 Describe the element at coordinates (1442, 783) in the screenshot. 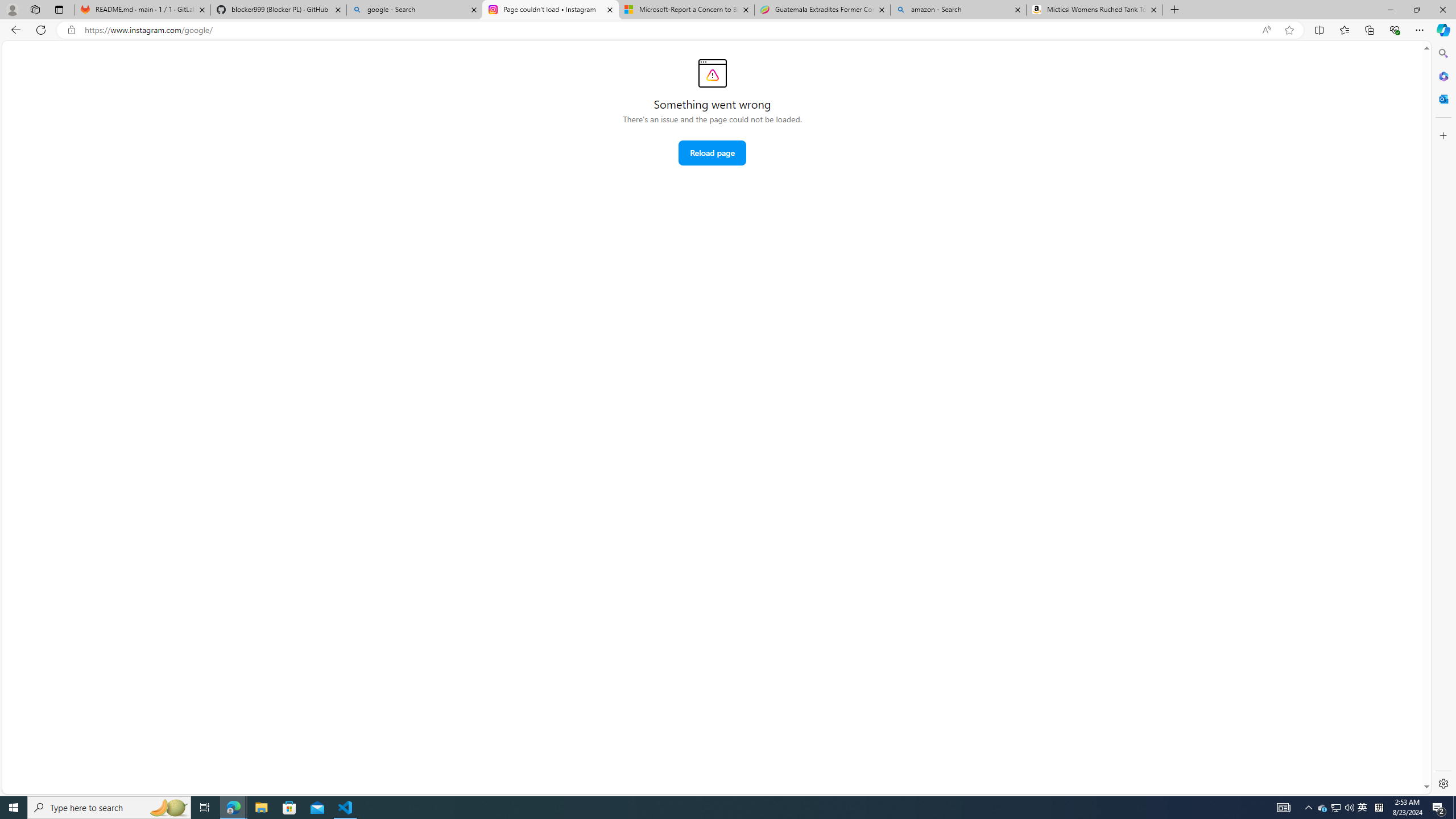

I see `'Settings'` at that location.